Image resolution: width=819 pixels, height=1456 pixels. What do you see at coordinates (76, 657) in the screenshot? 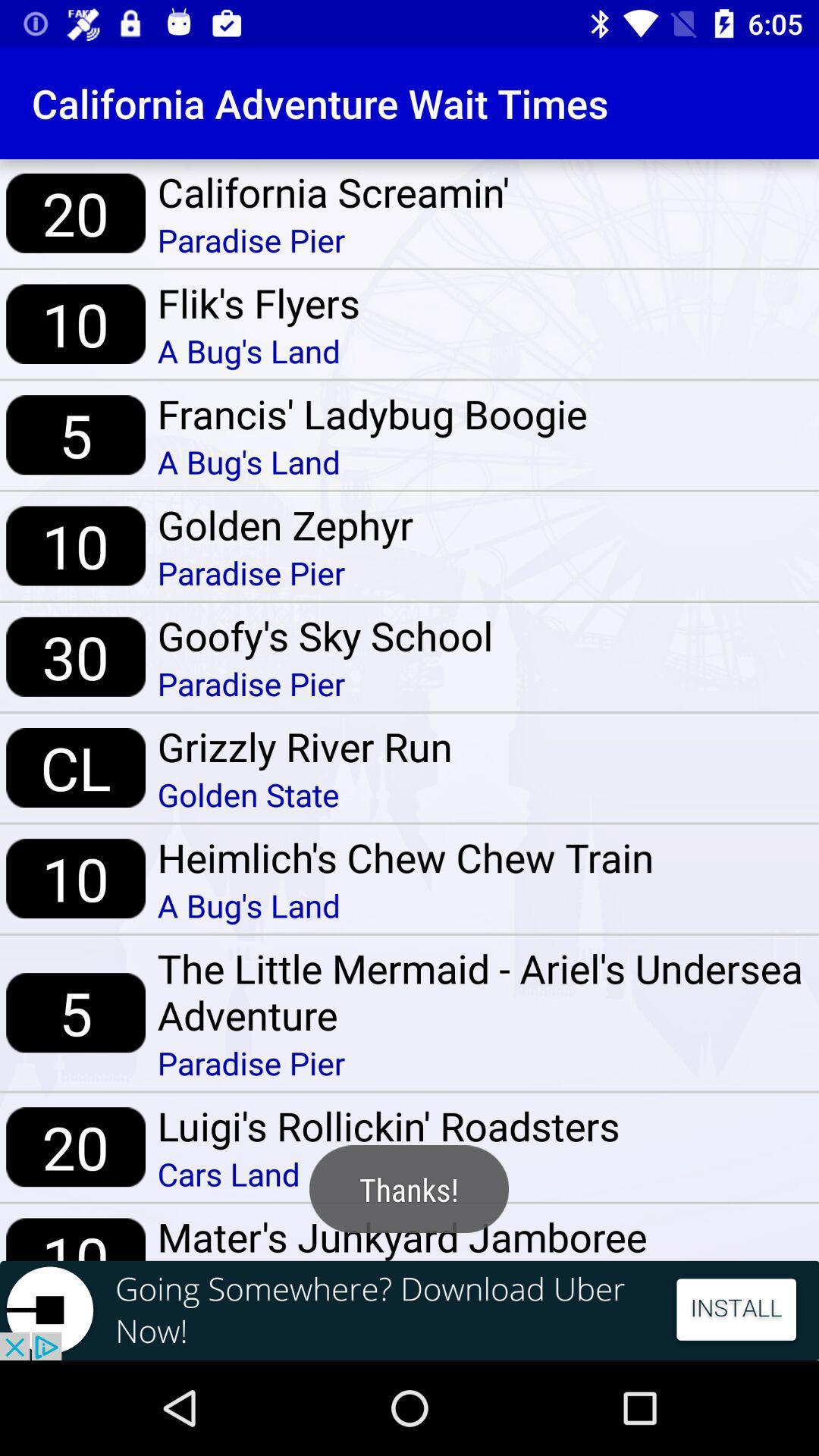
I see `item above cl` at bounding box center [76, 657].